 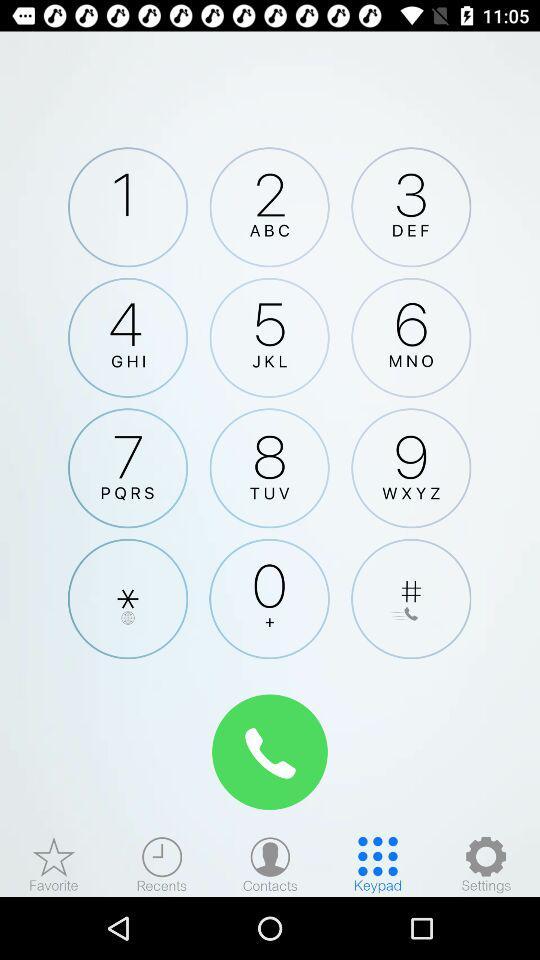 I want to click on recent phone calls, so click(x=161, y=863).